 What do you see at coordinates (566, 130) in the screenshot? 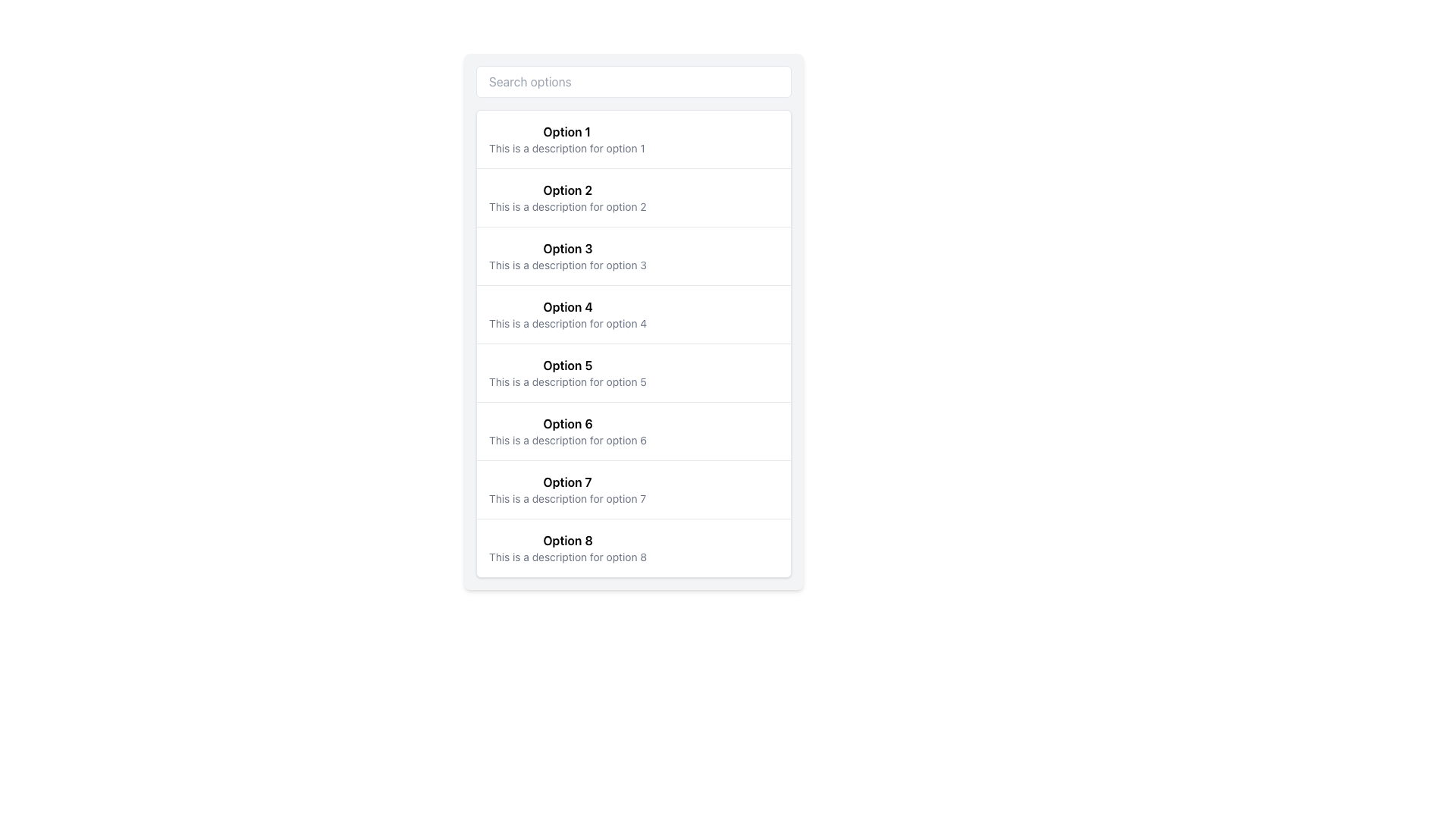
I see `the static text label for 'Option 1' located at the top-left of the content area, which guides users to select the desired option` at bounding box center [566, 130].